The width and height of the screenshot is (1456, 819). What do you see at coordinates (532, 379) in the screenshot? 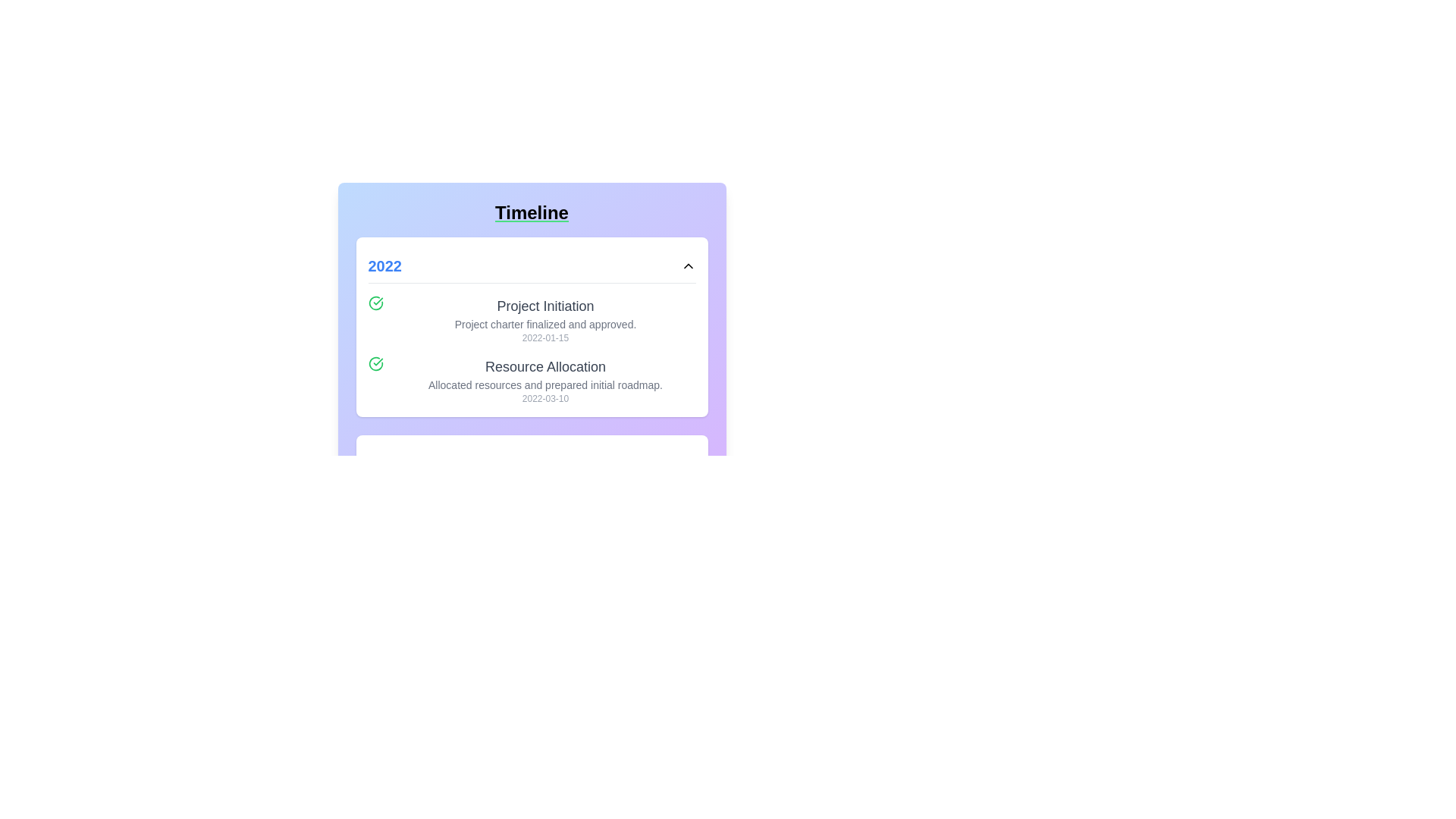
I see `the second list item` at bounding box center [532, 379].